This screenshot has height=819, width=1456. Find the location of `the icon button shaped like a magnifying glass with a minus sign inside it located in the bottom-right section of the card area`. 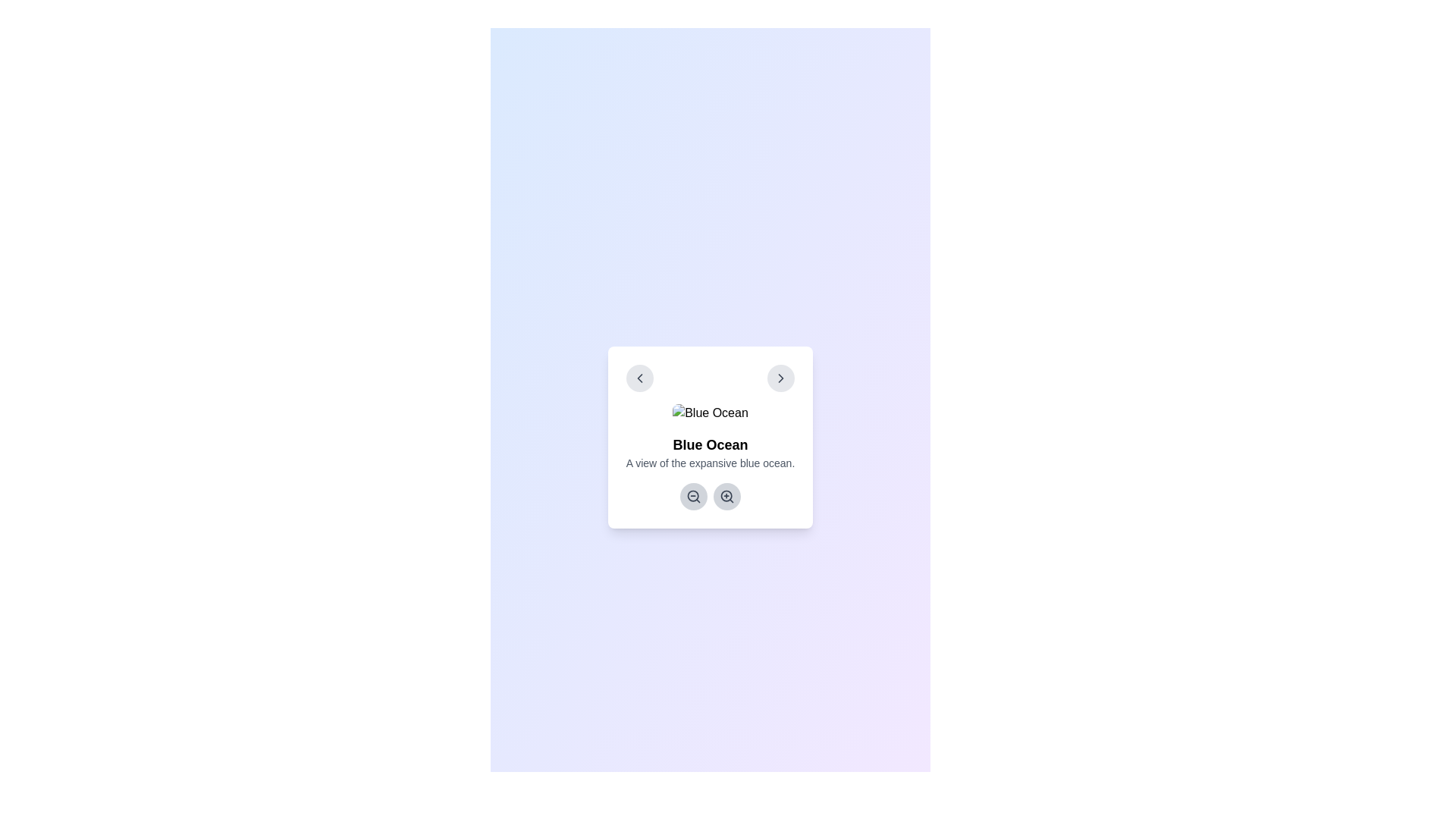

the icon button shaped like a magnifying glass with a minus sign inside it located in the bottom-right section of the card area is located at coordinates (693, 497).